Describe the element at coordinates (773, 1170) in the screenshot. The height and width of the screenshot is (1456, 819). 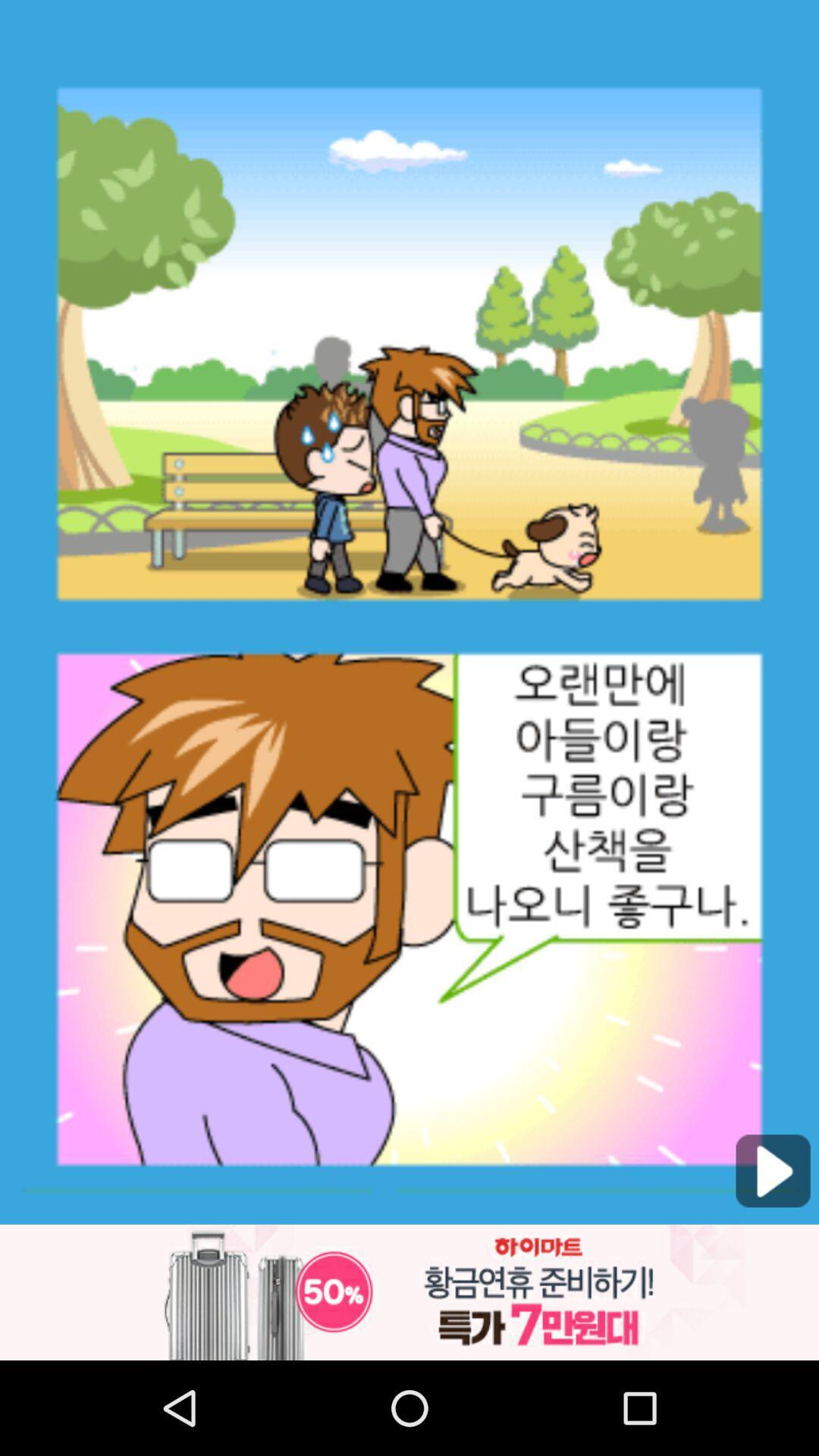
I see `click the play option` at that location.